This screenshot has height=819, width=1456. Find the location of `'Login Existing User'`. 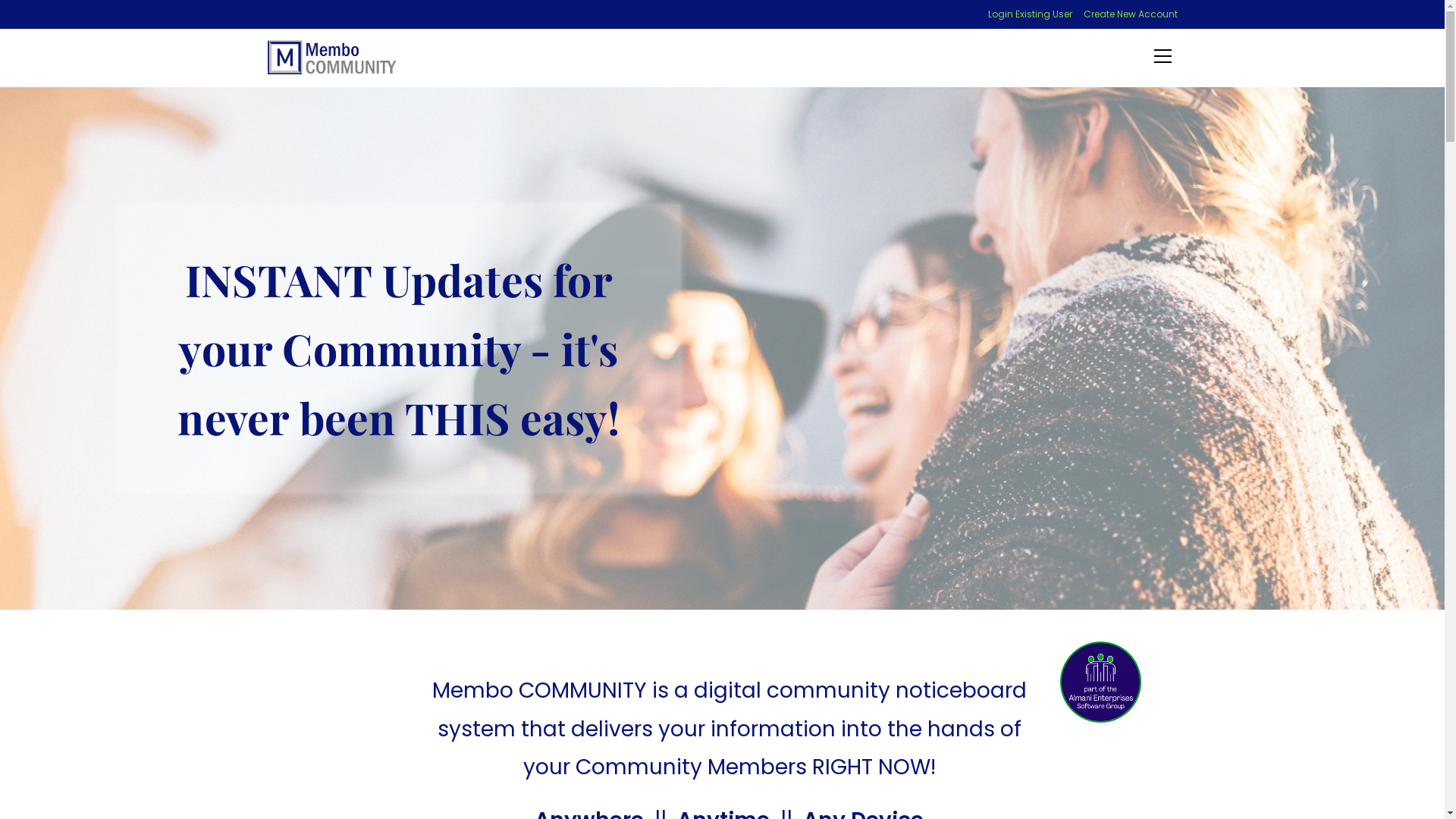

'Login Existing User' is located at coordinates (1029, 14).